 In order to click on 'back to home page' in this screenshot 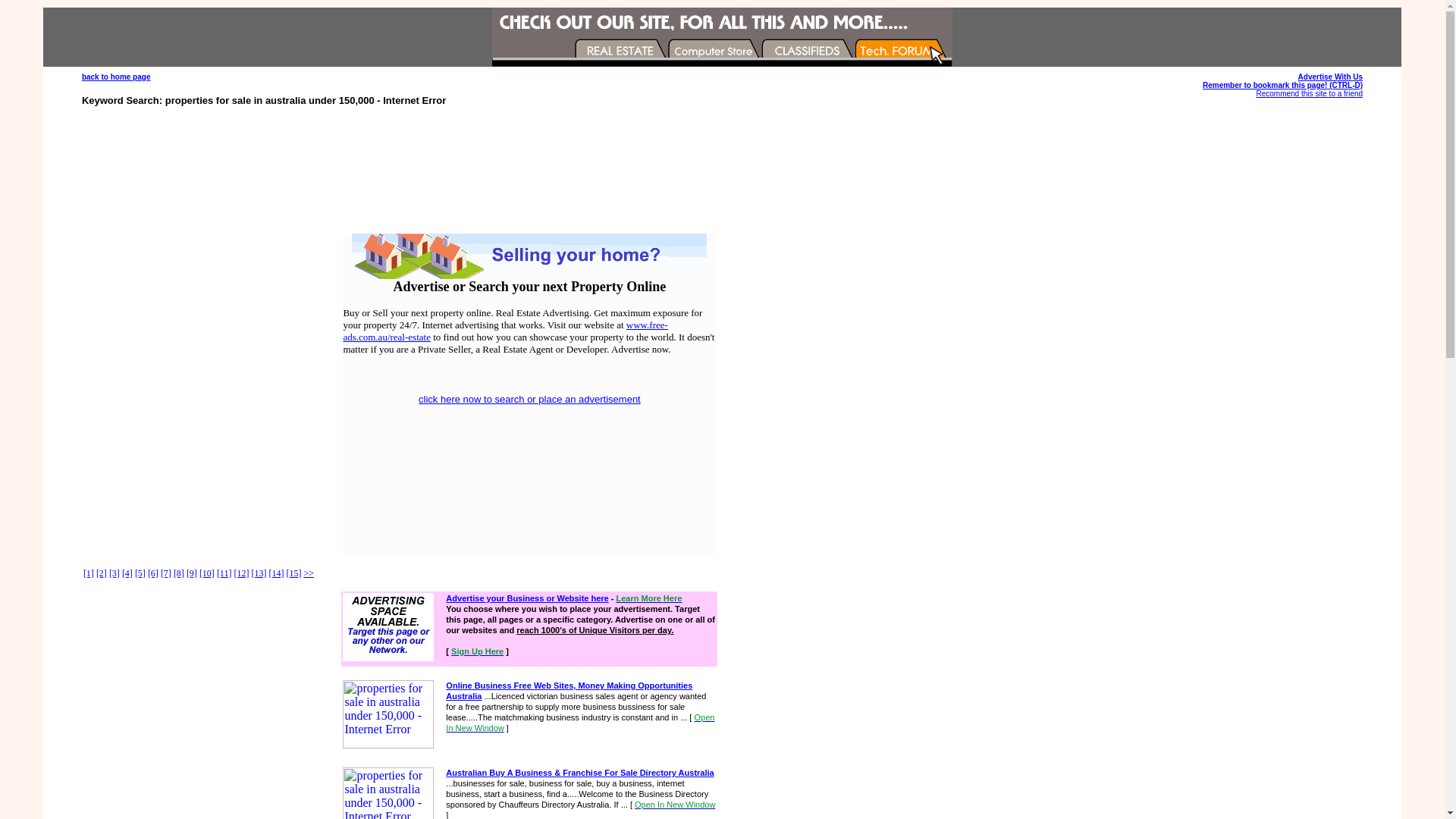, I will do `click(115, 77)`.